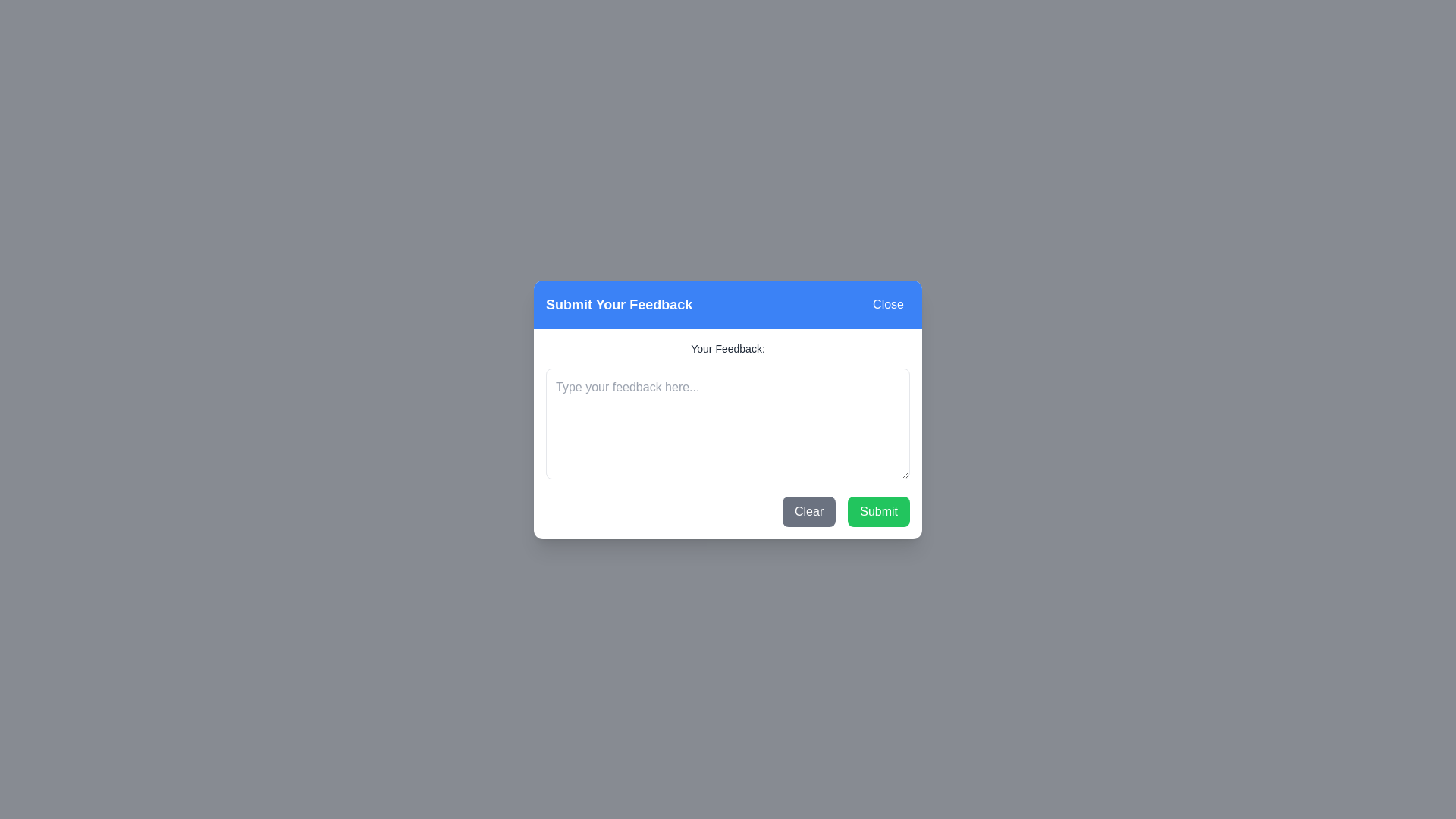 The width and height of the screenshot is (1456, 819). I want to click on 'Submit' button to submit the feedback, so click(878, 511).